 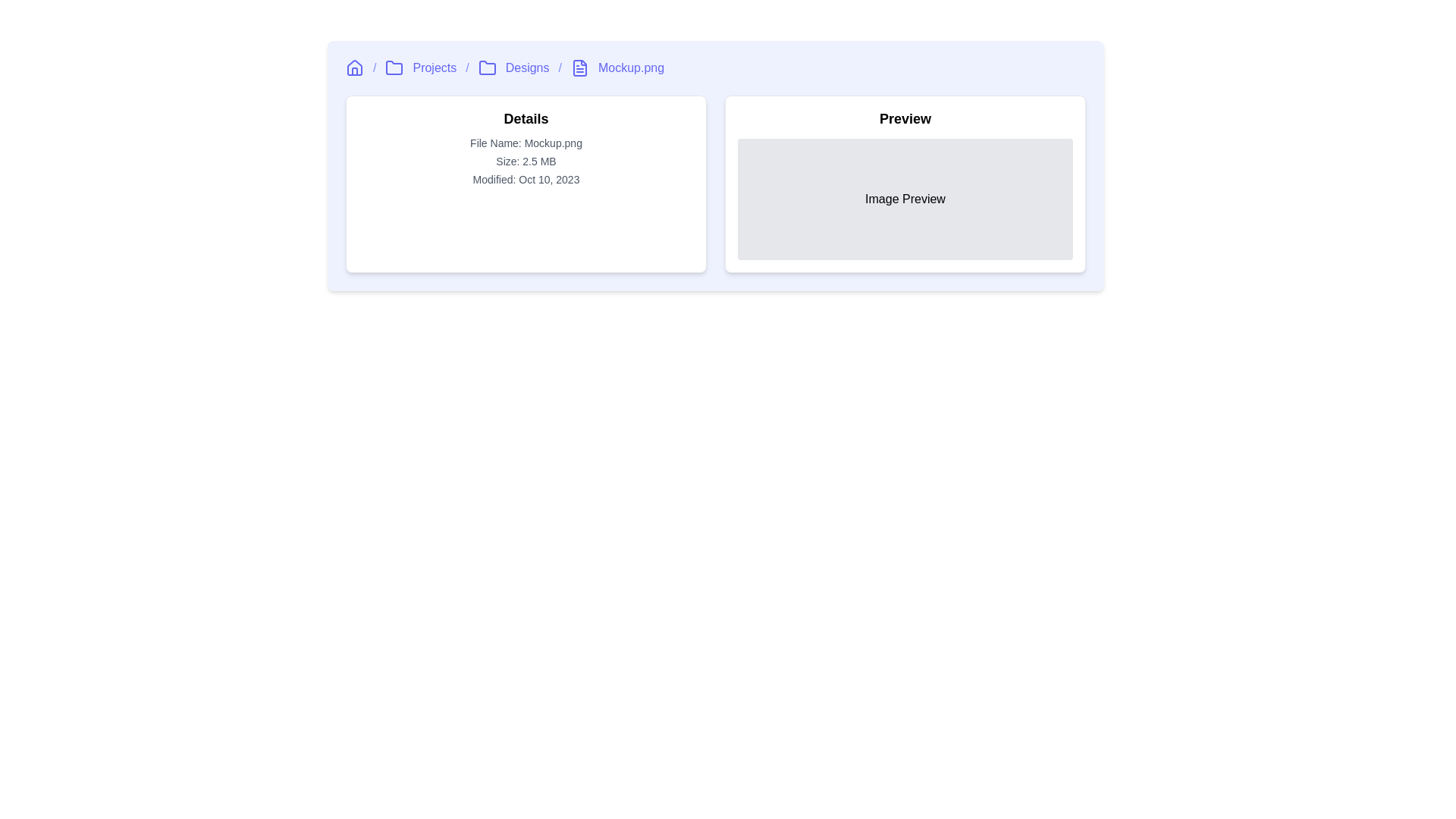 I want to click on the text label displaying 'File Name: Mockup.png', which is located within a white card below the 'Details' header, so click(x=526, y=143).